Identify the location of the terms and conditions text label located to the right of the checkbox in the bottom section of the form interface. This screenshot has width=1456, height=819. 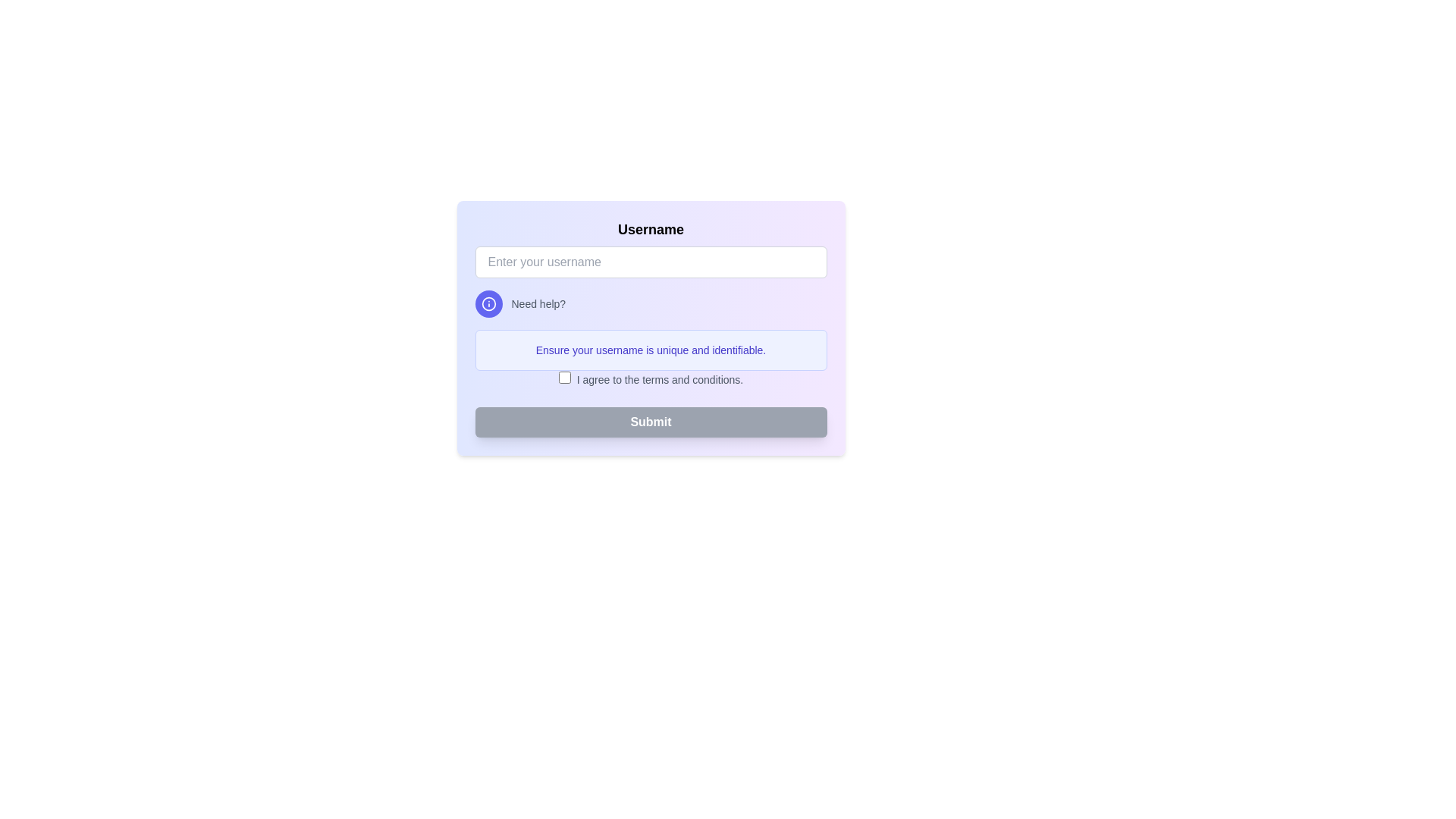
(660, 379).